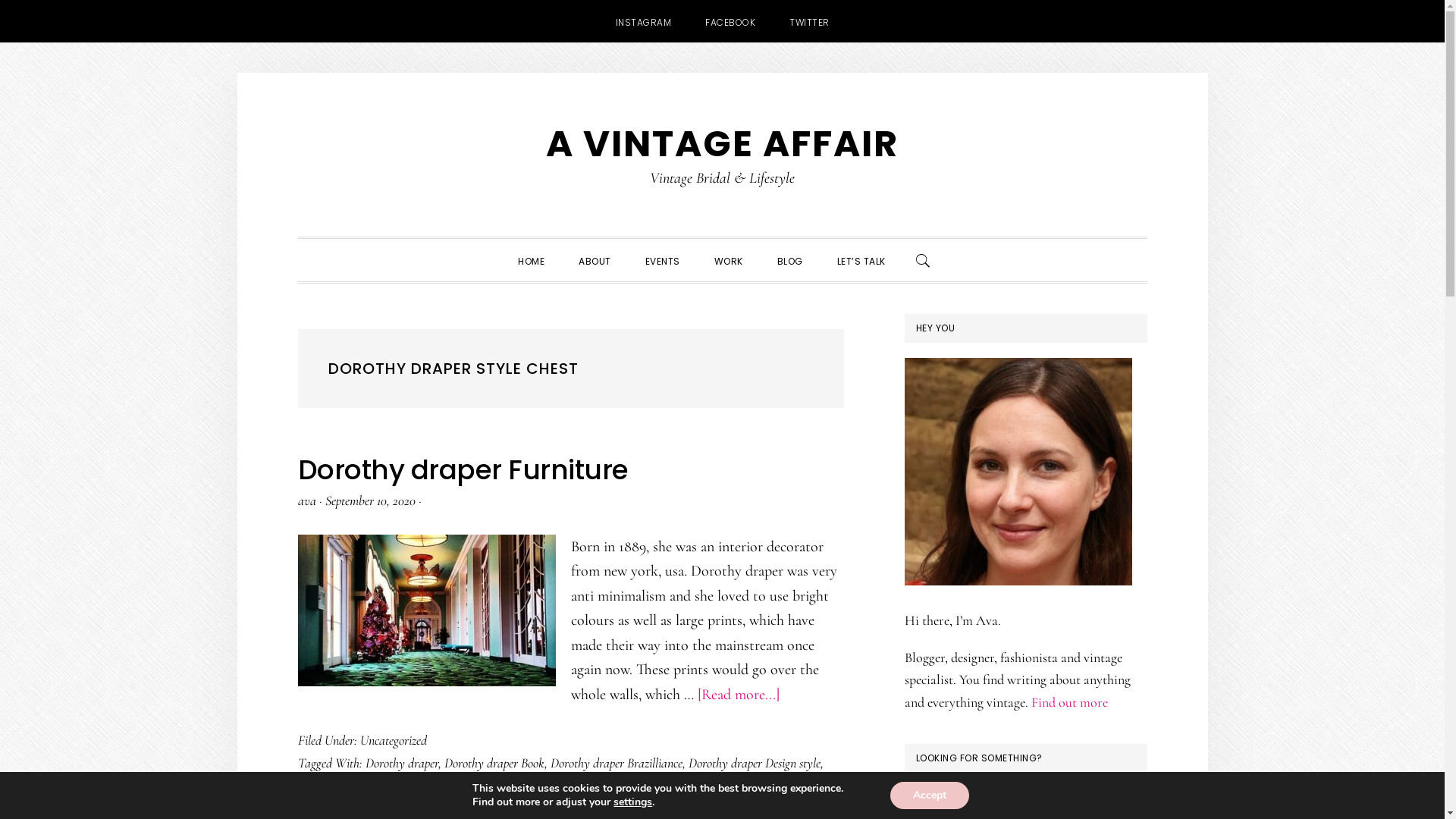 The image size is (1456, 819). What do you see at coordinates (754, 763) in the screenshot?
I see `'Dorothy draper Design style'` at bounding box center [754, 763].